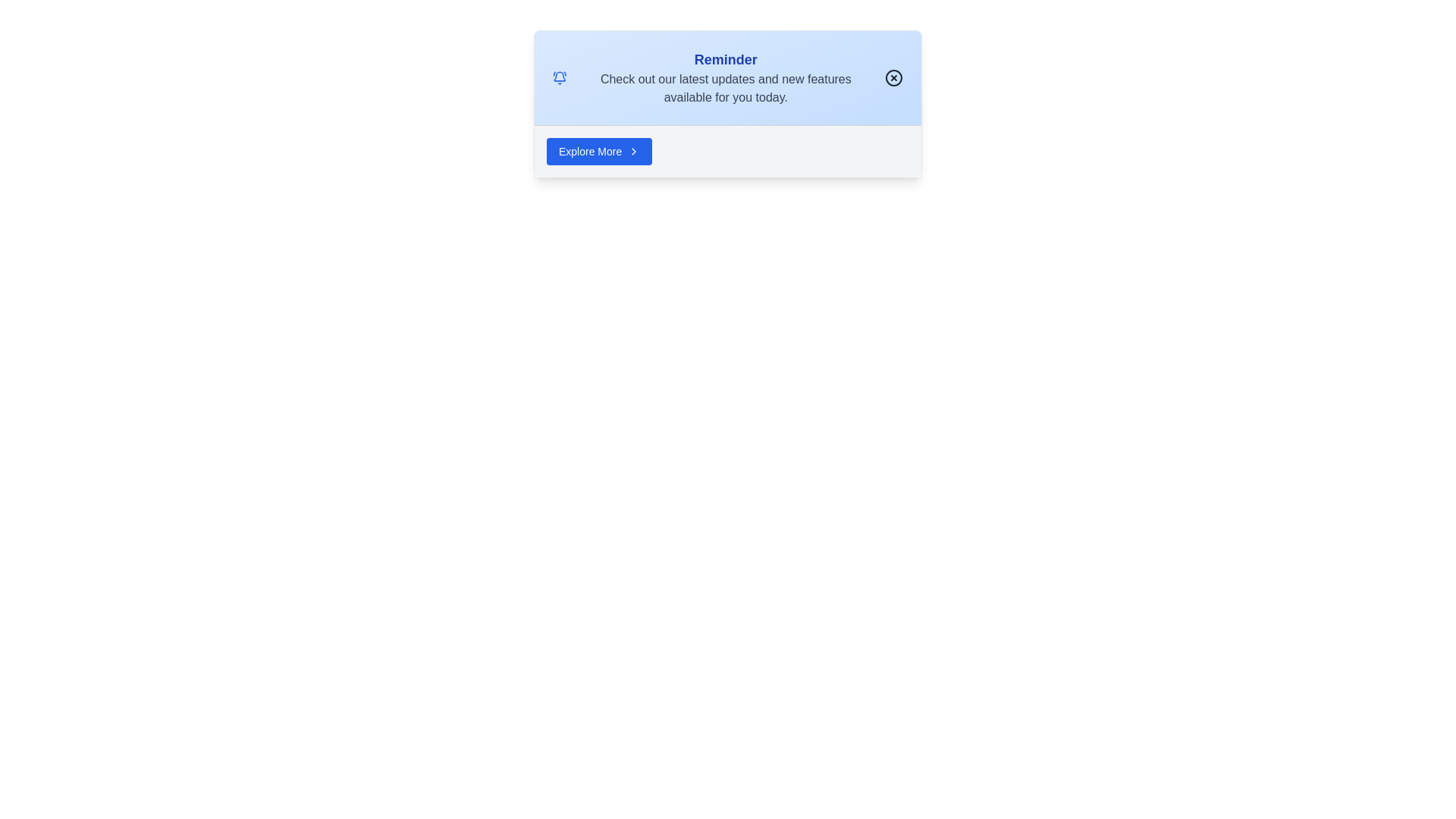  What do you see at coordinates (633, 152) in the screenshot?
I see `the chevron icon that indicates further options for the 'Explore More' button, located to the right of the button text` at bounding box center [633, 152].